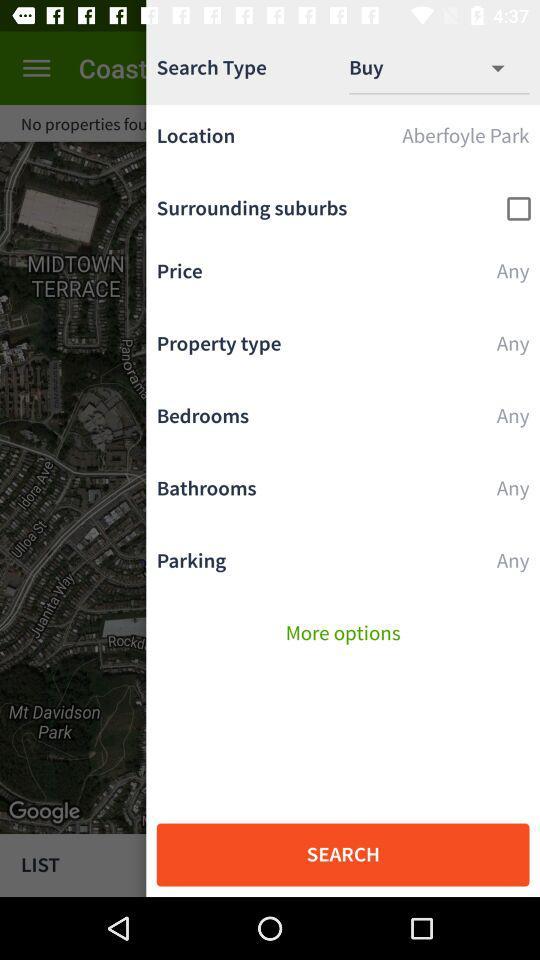 This screenshot has width=540, height=960. I want to click on the star icon, so click(510, 122).